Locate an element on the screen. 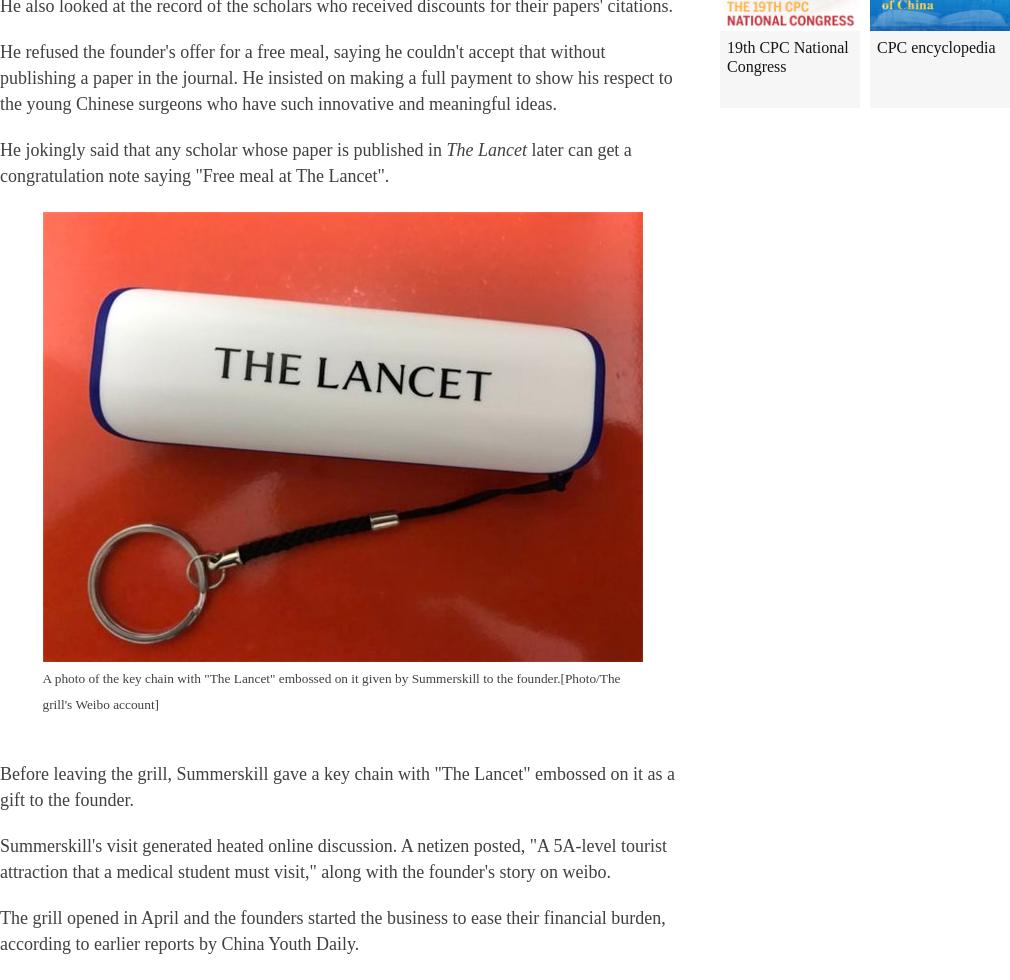 Image resolution: width=1010 pixels, height=980 pixels. '19th CPC National Congress' is located at coordinates (725, 57).